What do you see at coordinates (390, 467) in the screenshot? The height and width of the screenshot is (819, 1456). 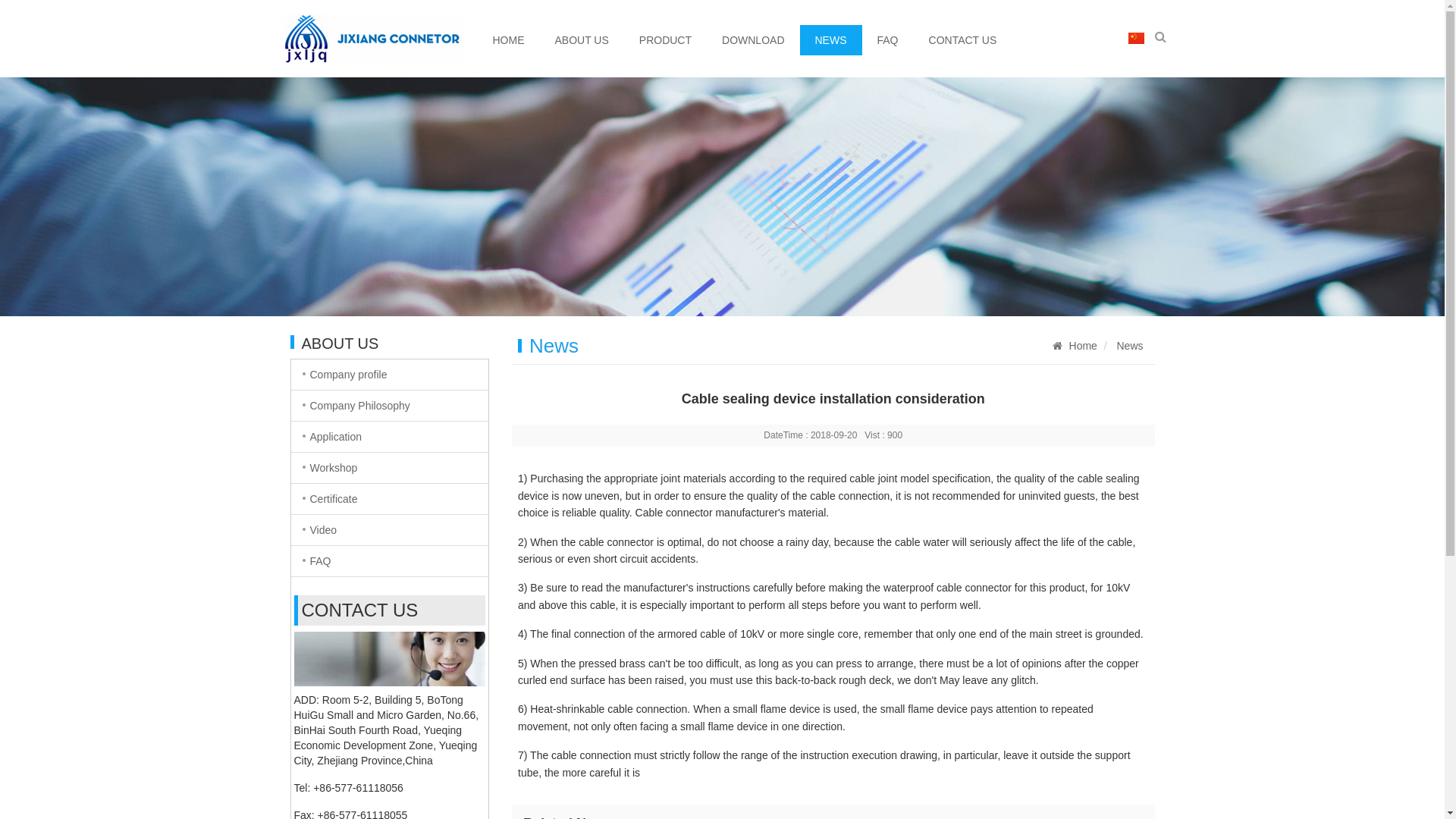 I see `'Workshop'` at bounding box center [390, 467].